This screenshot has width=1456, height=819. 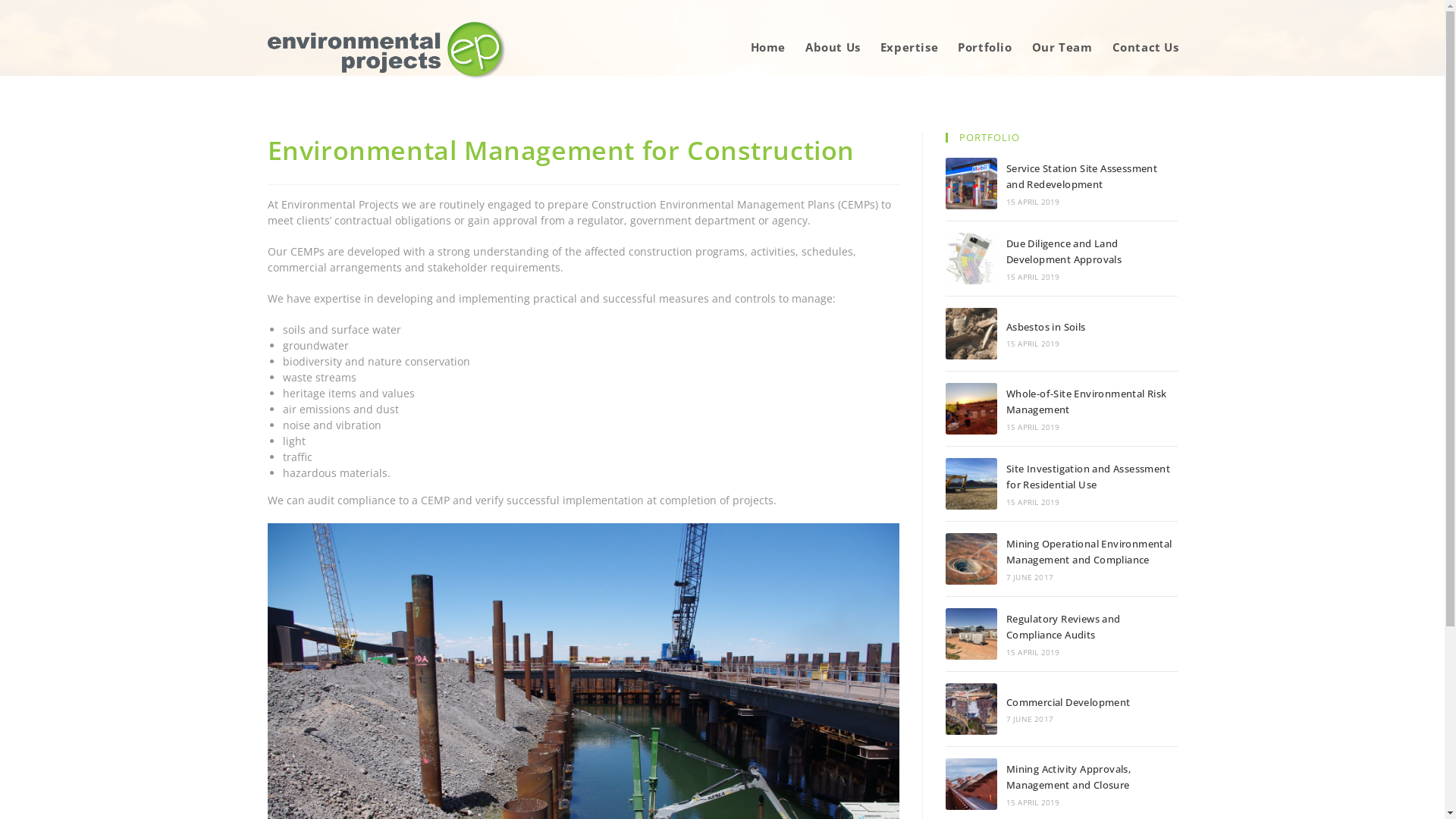 I want to click on 'Home', so click(x=767, y=46).